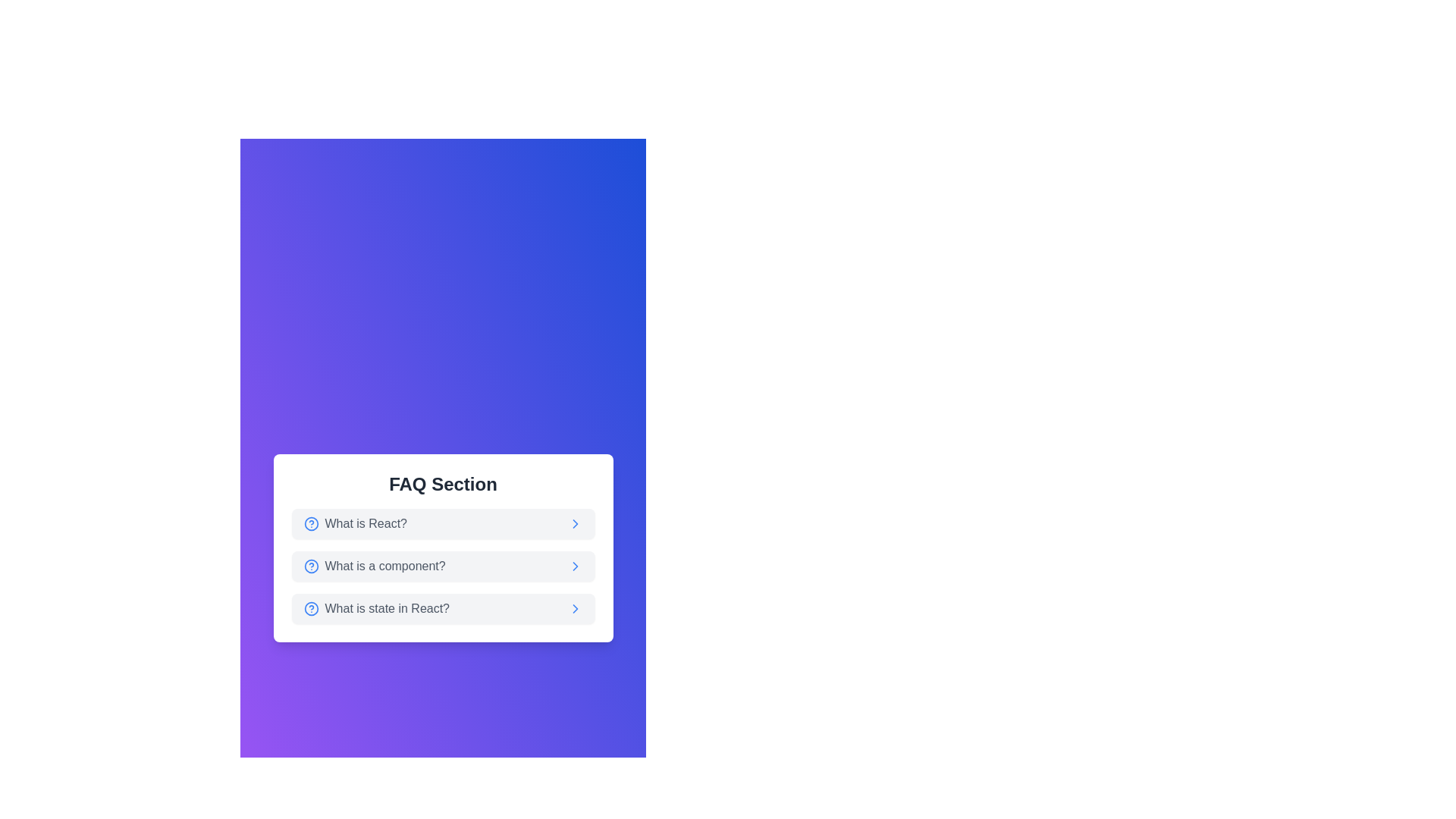 The width and height of the screenshot is (1456, 819). I want to click on the chevron icon located at the far-right end of the second row of the FAQ list, so click(574, 566).